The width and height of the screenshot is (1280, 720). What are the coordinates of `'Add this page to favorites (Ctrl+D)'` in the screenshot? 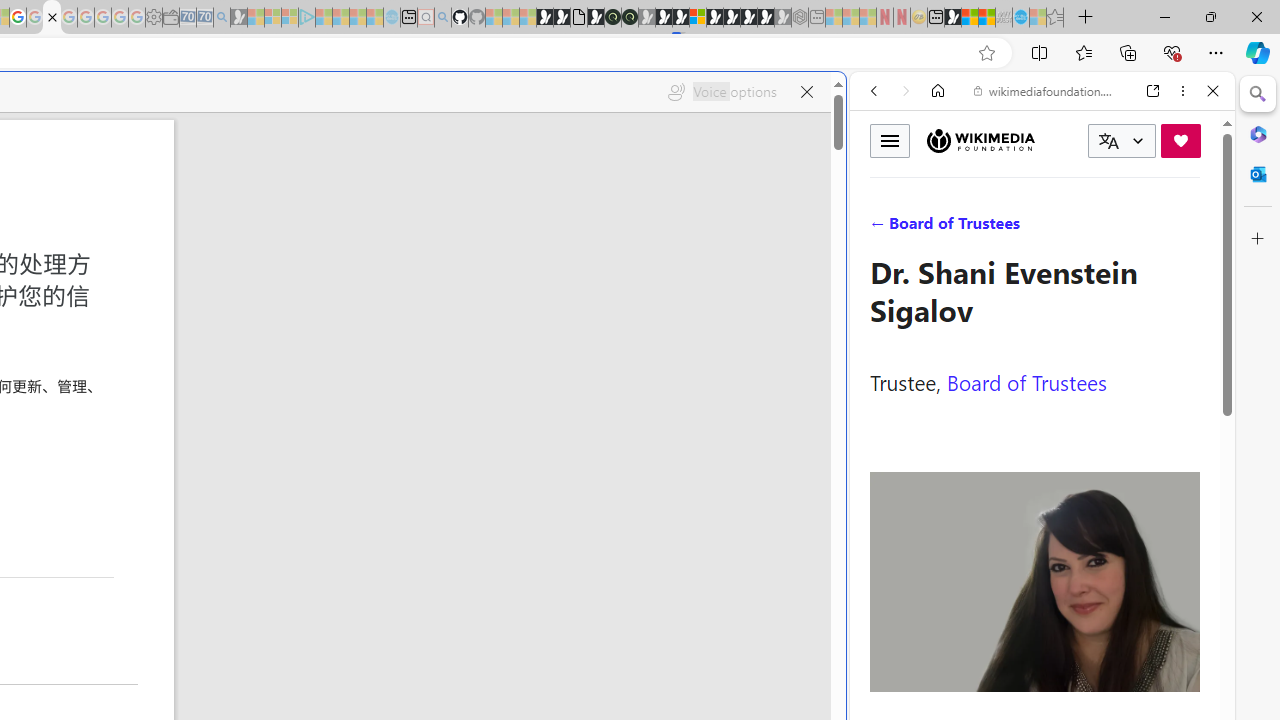 It's located at (986, 52).